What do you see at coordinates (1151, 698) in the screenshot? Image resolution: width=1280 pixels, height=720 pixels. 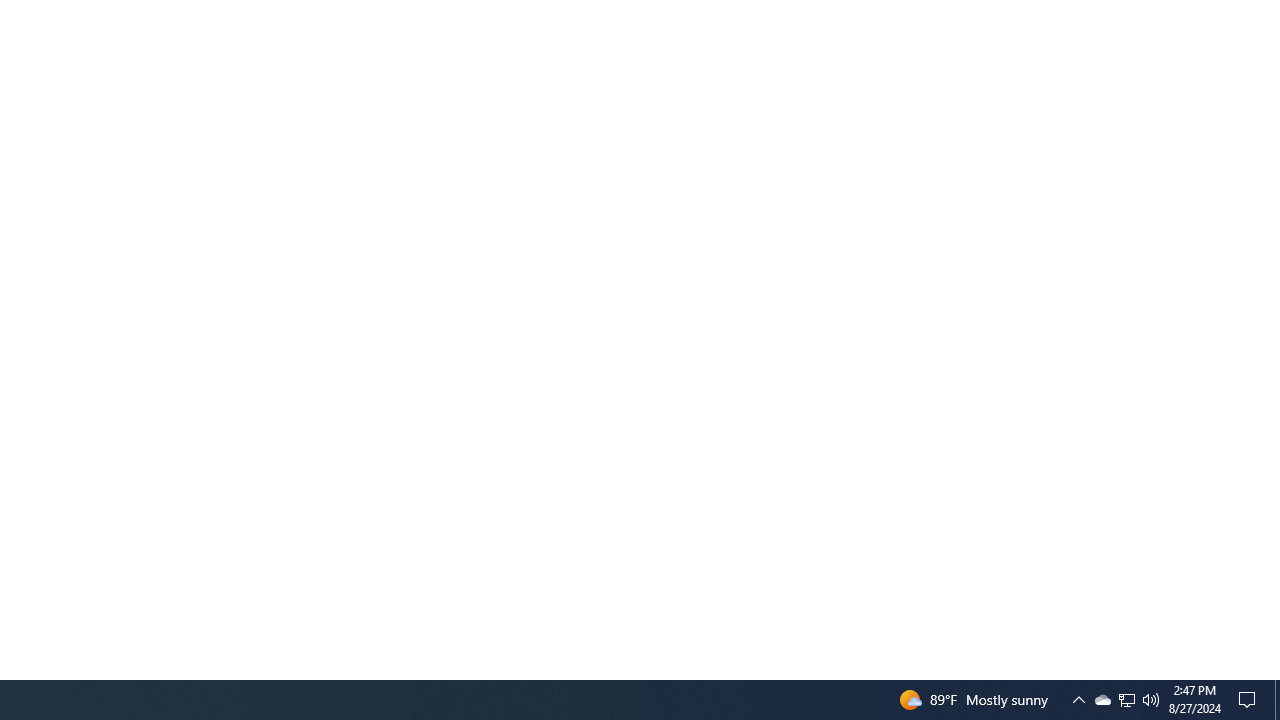 I see `'Q2790: 100%'` at bounding box center [1151, 698].